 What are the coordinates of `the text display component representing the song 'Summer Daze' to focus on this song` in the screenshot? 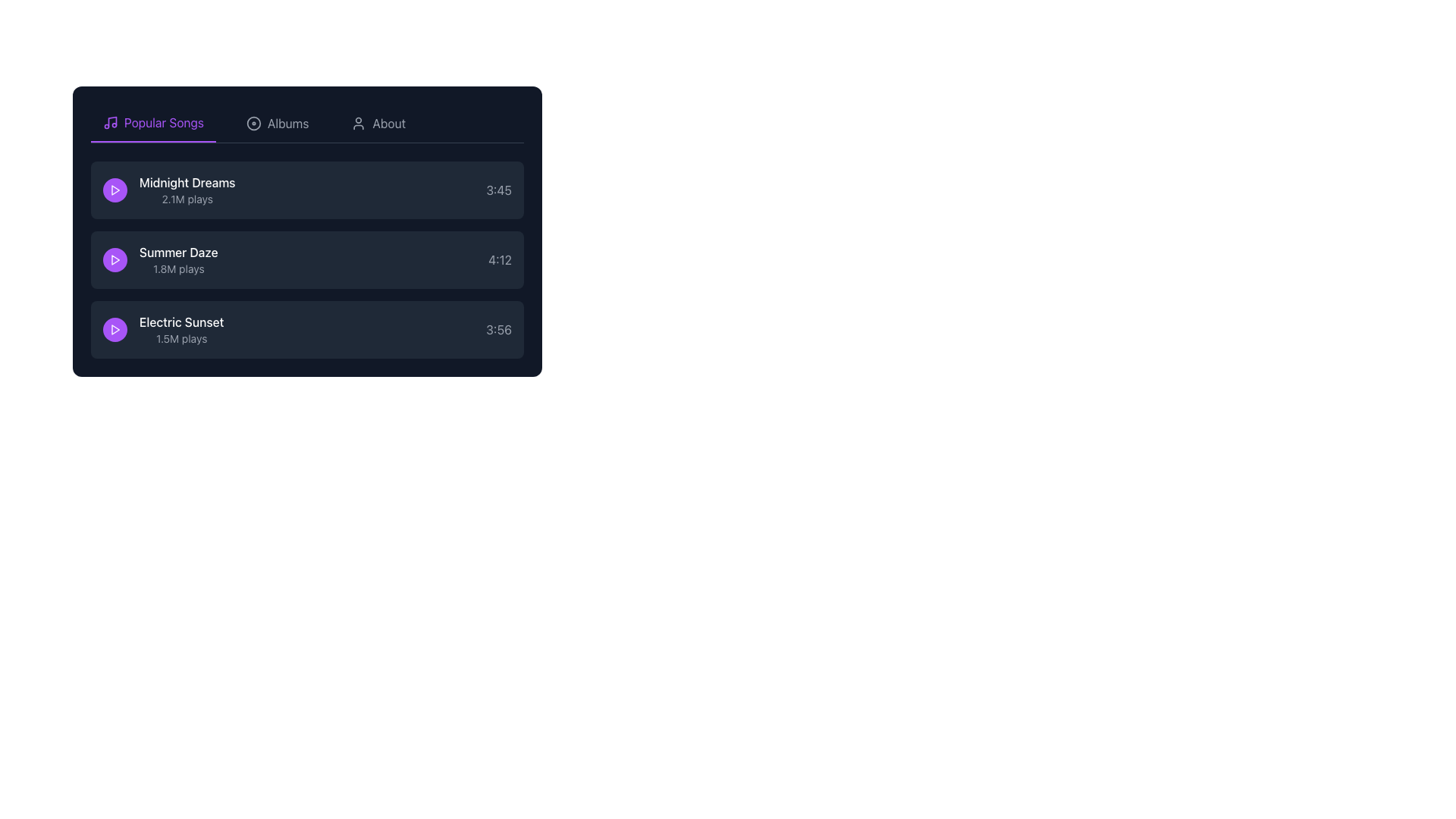 It's located at (160, 259).